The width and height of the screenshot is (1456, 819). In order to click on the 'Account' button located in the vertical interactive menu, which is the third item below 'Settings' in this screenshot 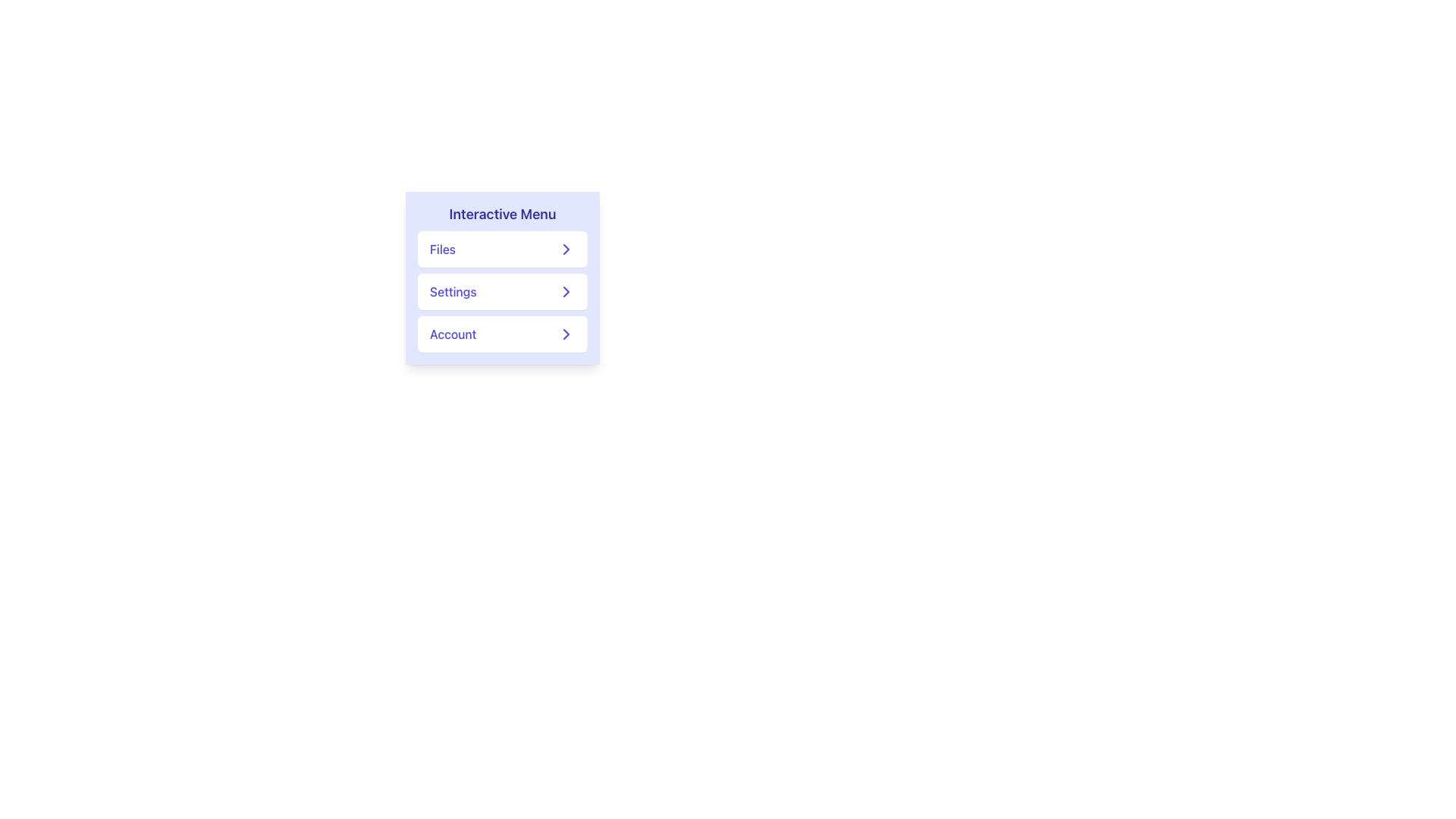, I will do `click(502, 333)`.